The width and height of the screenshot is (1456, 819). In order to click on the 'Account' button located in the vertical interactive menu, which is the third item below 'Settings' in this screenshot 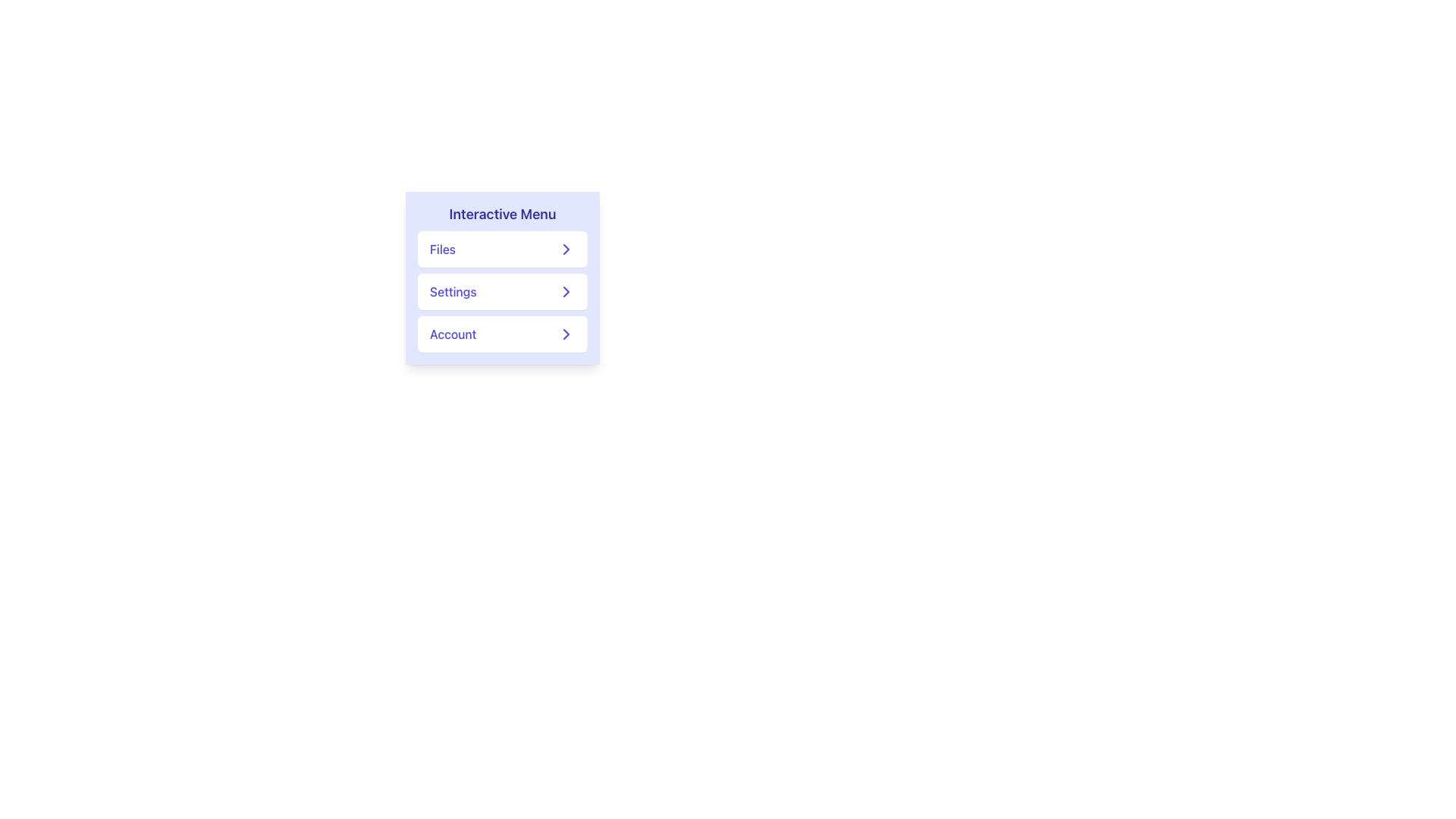, I will do `click(502, 333)`.